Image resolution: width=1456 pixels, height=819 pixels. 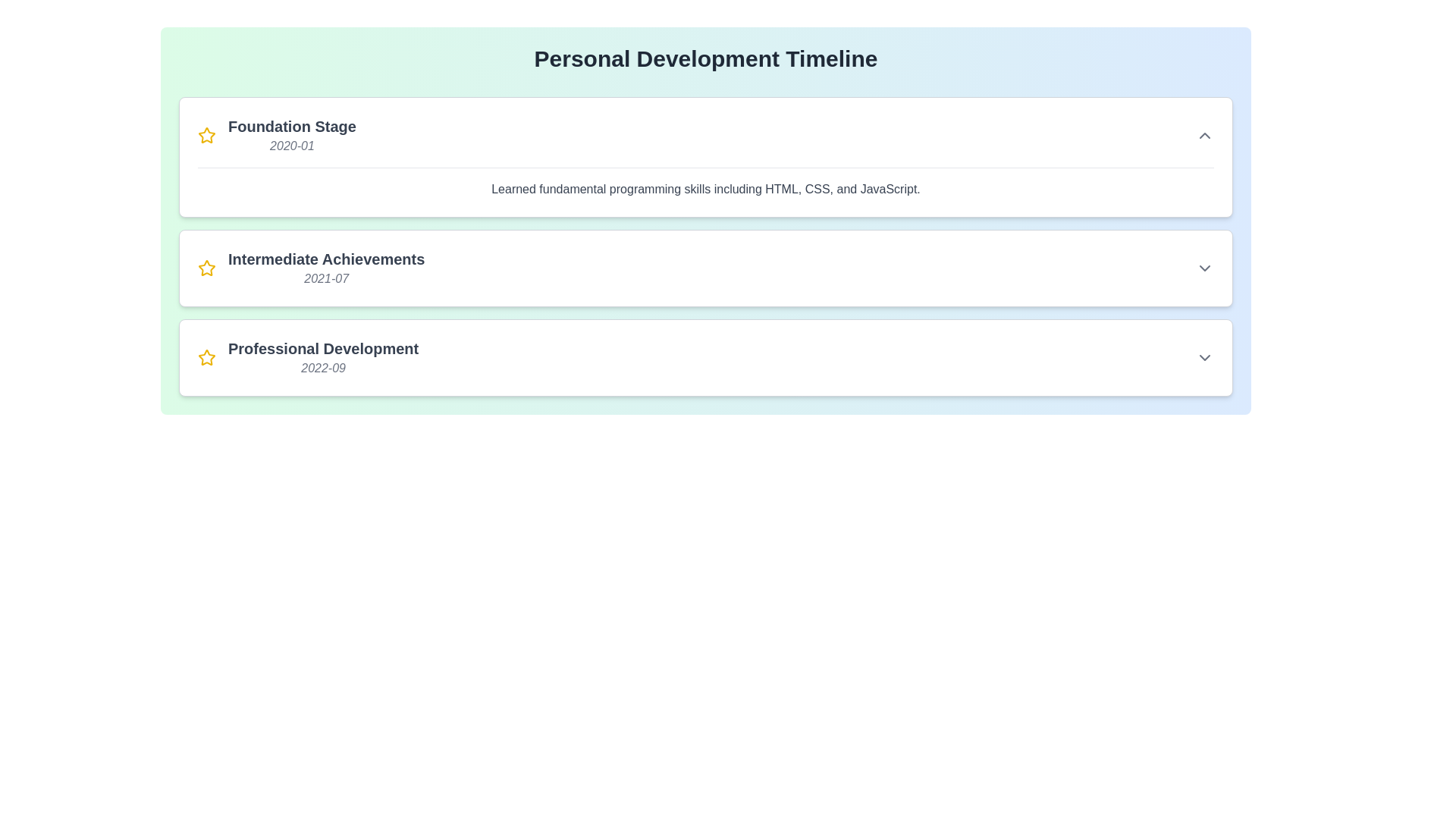 What do you see at coordinates (292, 125) in the screenshot?
I see `the left-aligned text element that serves as a title for the 'Foundation Stage' entry in the timeline, positioned above the '2020-01' label` at bounding box center [292, 125].